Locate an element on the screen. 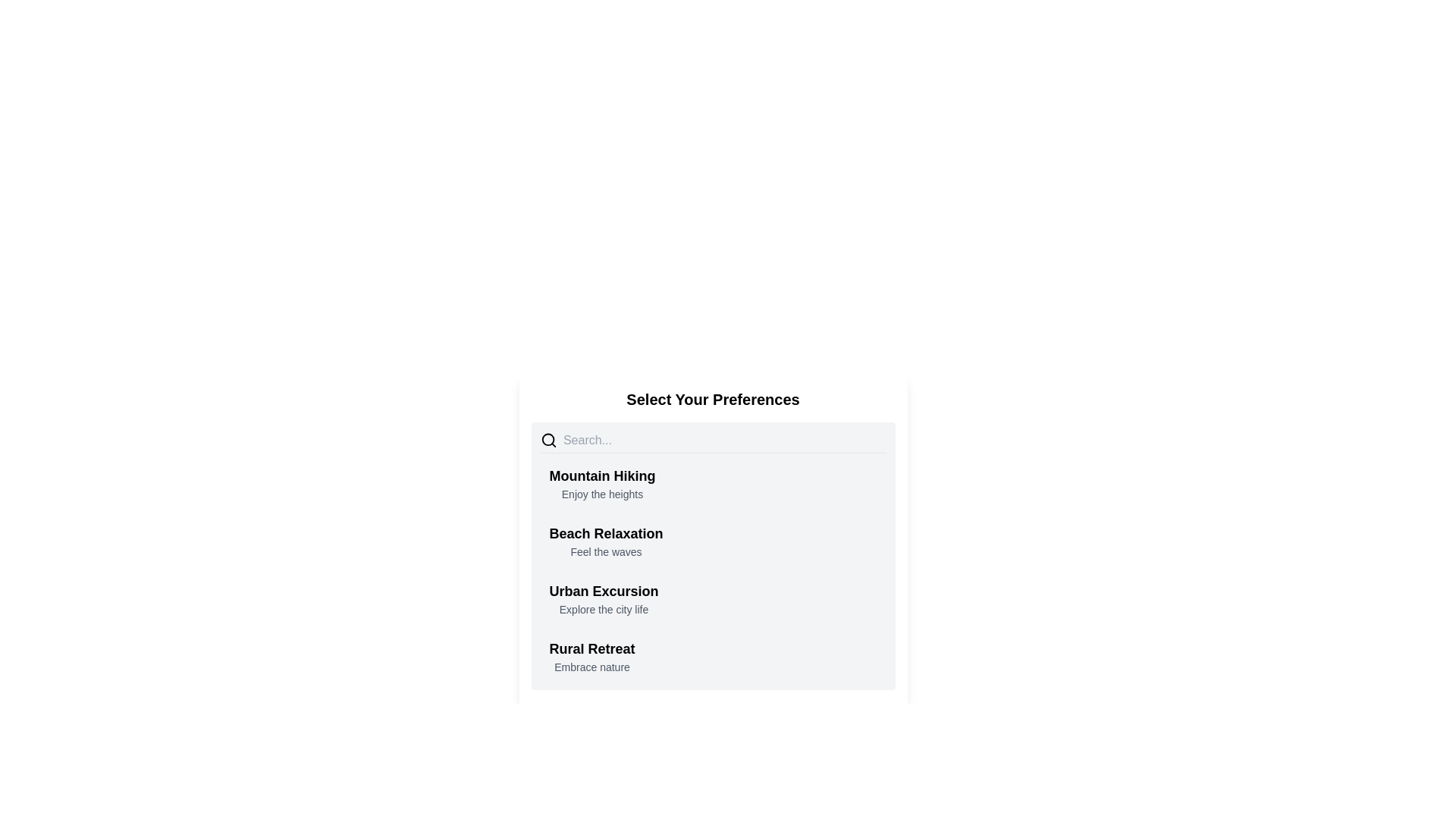  the list item 'Urban Excursion' is located at coordinates (712, 598).